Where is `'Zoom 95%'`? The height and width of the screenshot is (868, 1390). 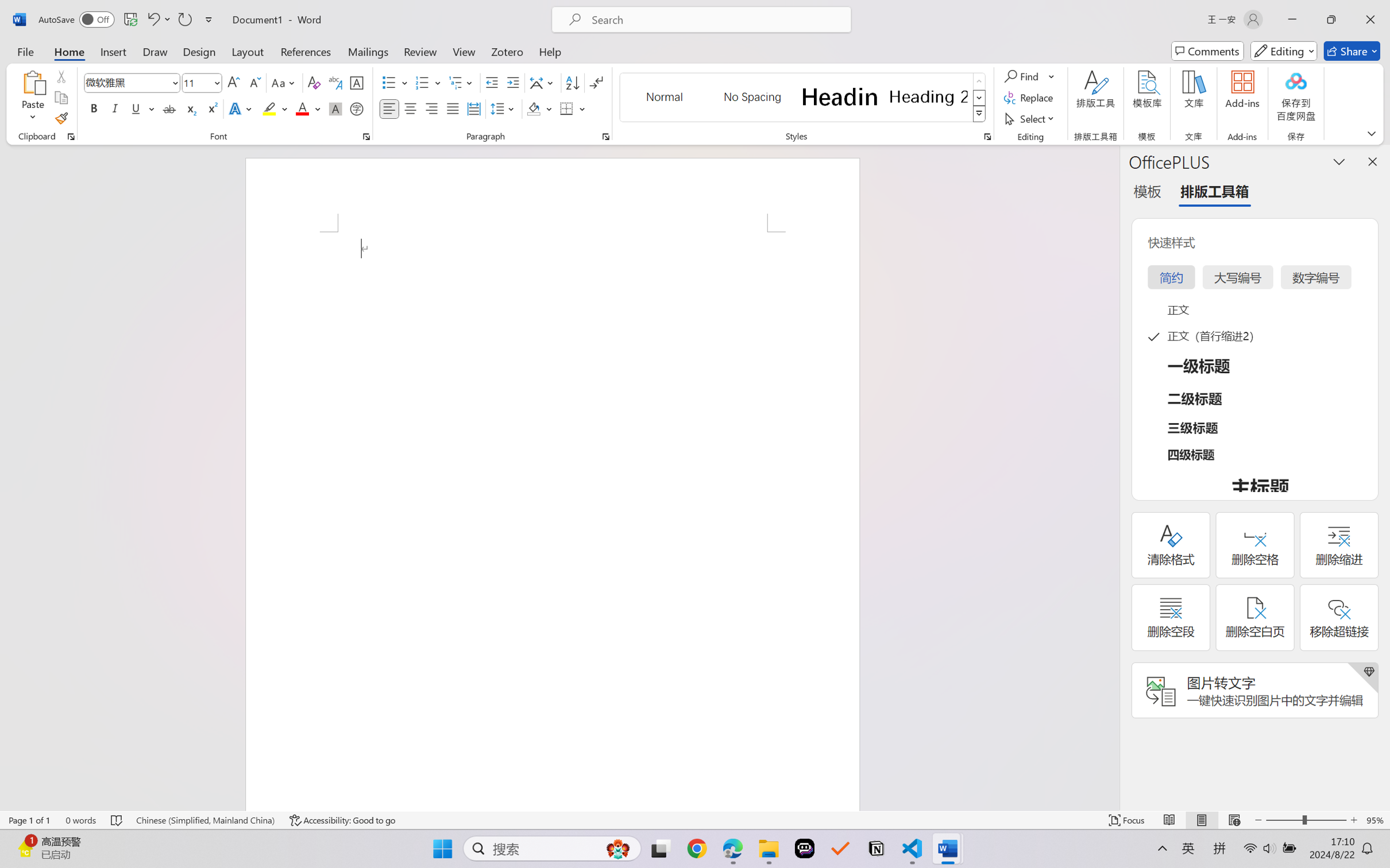 'Zoom 95%' is located at coordinates (1375, 820).